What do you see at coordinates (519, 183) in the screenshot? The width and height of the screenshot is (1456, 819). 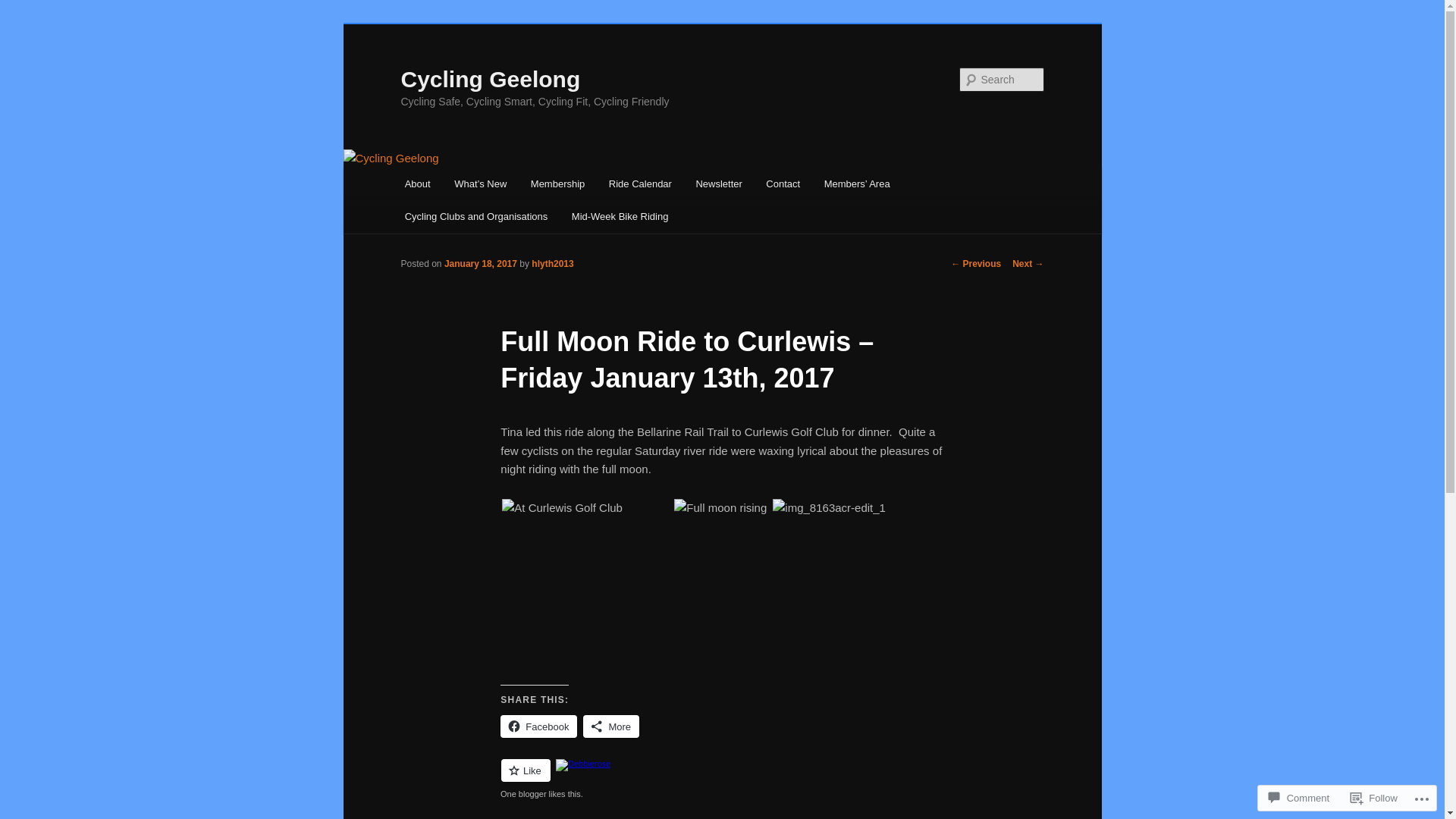 I see `'Membership'` at bounding box center [519, 183].